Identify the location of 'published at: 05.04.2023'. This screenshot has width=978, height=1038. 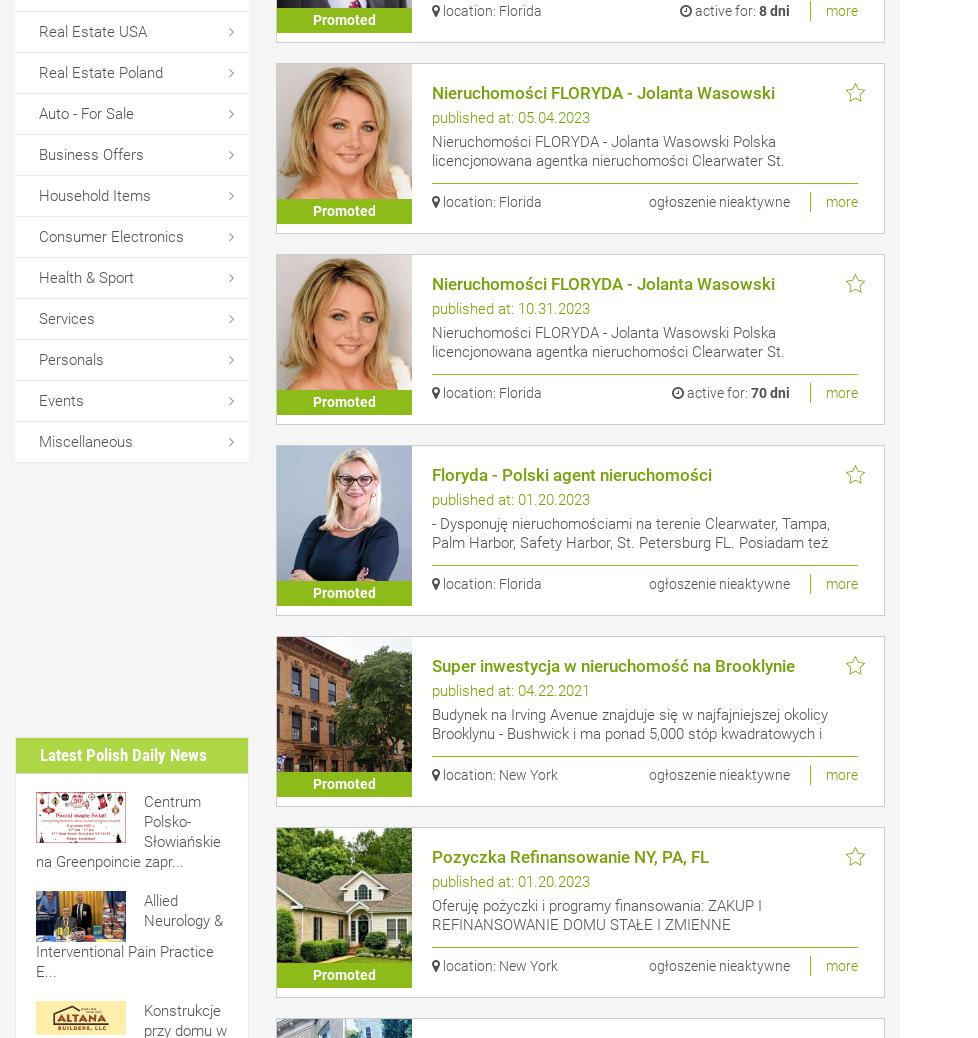
(510, 117).